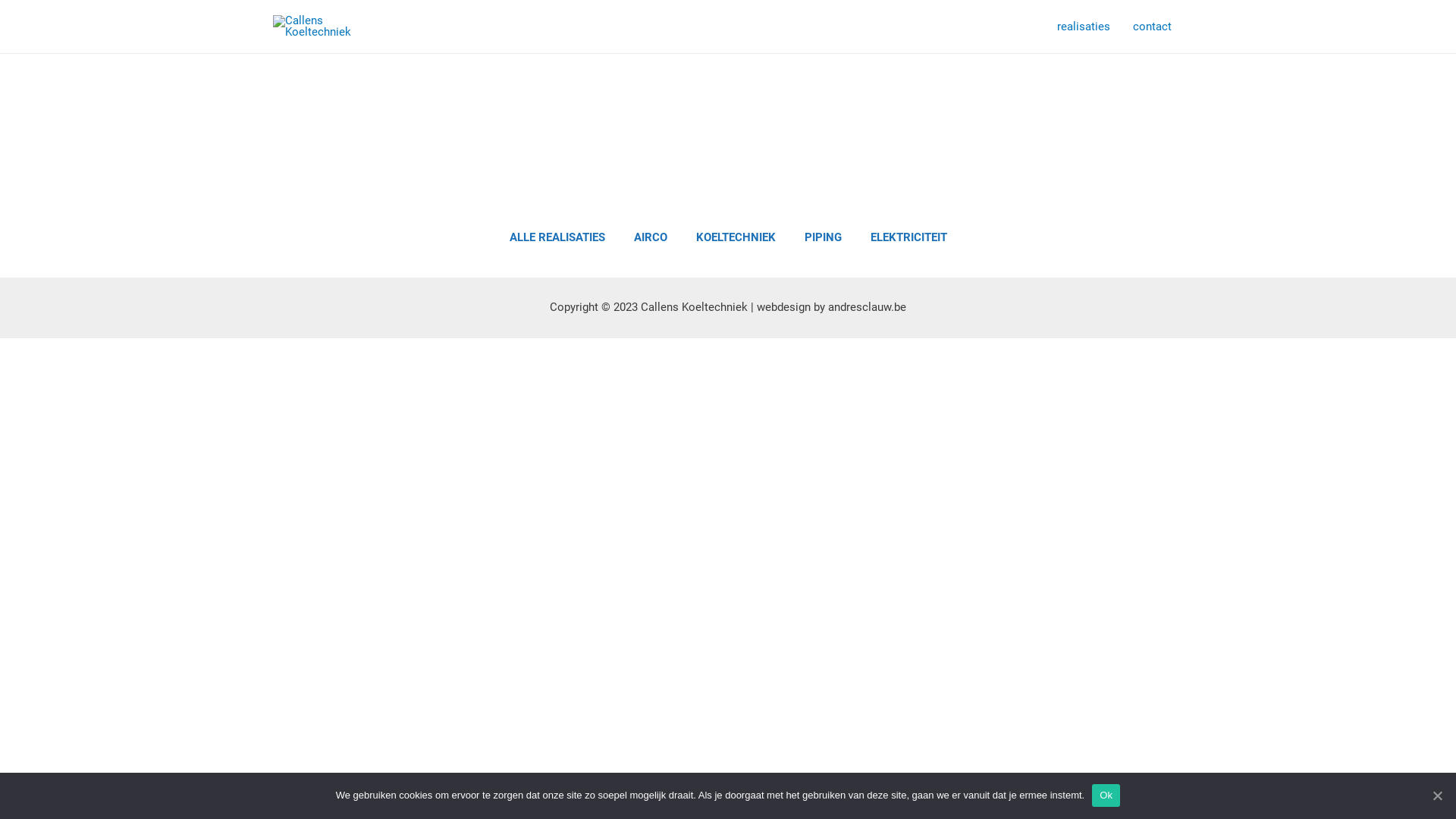 This screenshot has height=819, width=1456. Describe the element at coordinates (651, 237) in the screenshot. I see `'AIRCO'` at that location.